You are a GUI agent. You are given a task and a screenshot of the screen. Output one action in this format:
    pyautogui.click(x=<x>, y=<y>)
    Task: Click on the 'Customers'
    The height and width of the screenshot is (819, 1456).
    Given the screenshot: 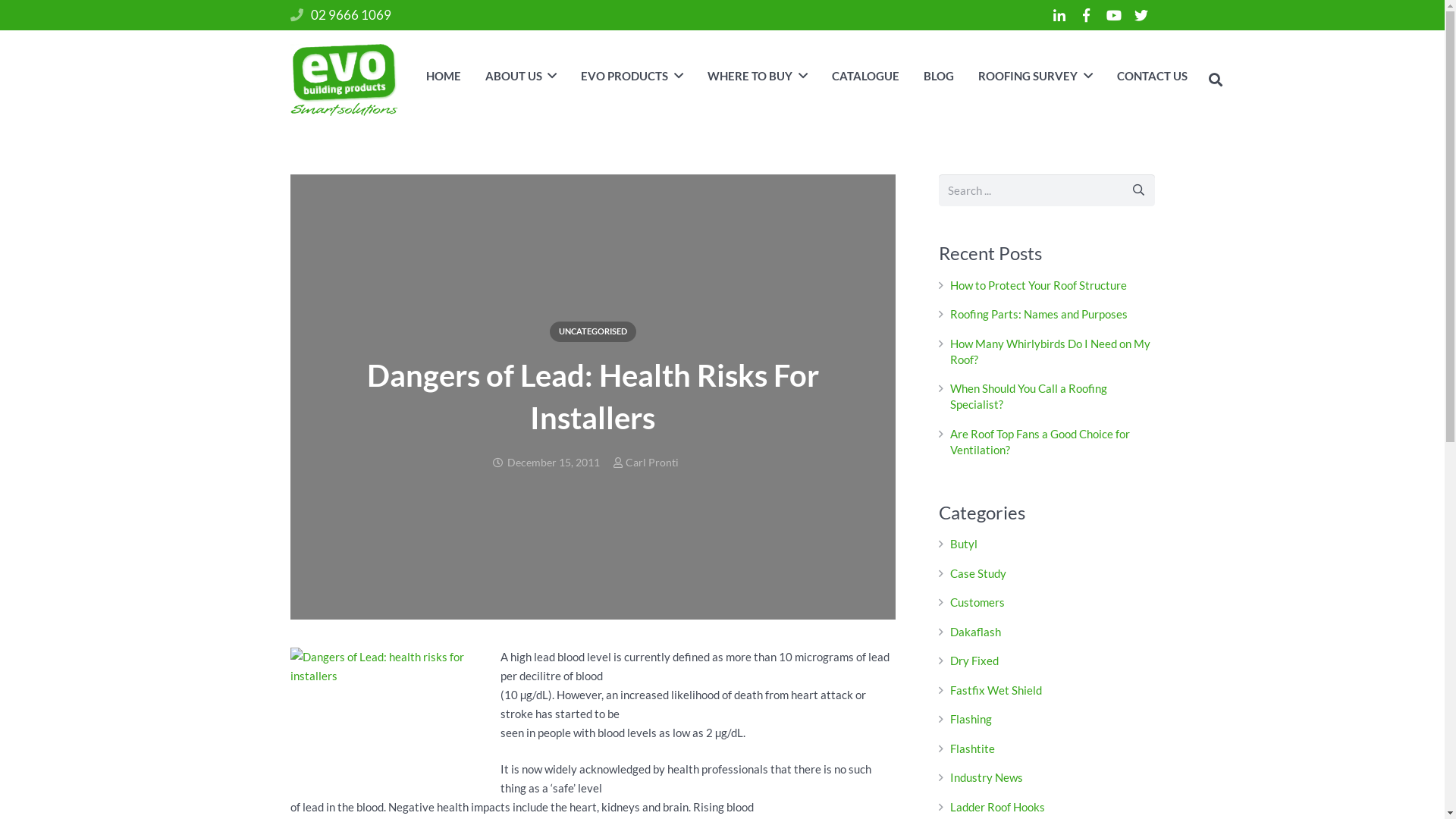 What is the action you would take?
    pyautogui.click(x=949, y=601)
    